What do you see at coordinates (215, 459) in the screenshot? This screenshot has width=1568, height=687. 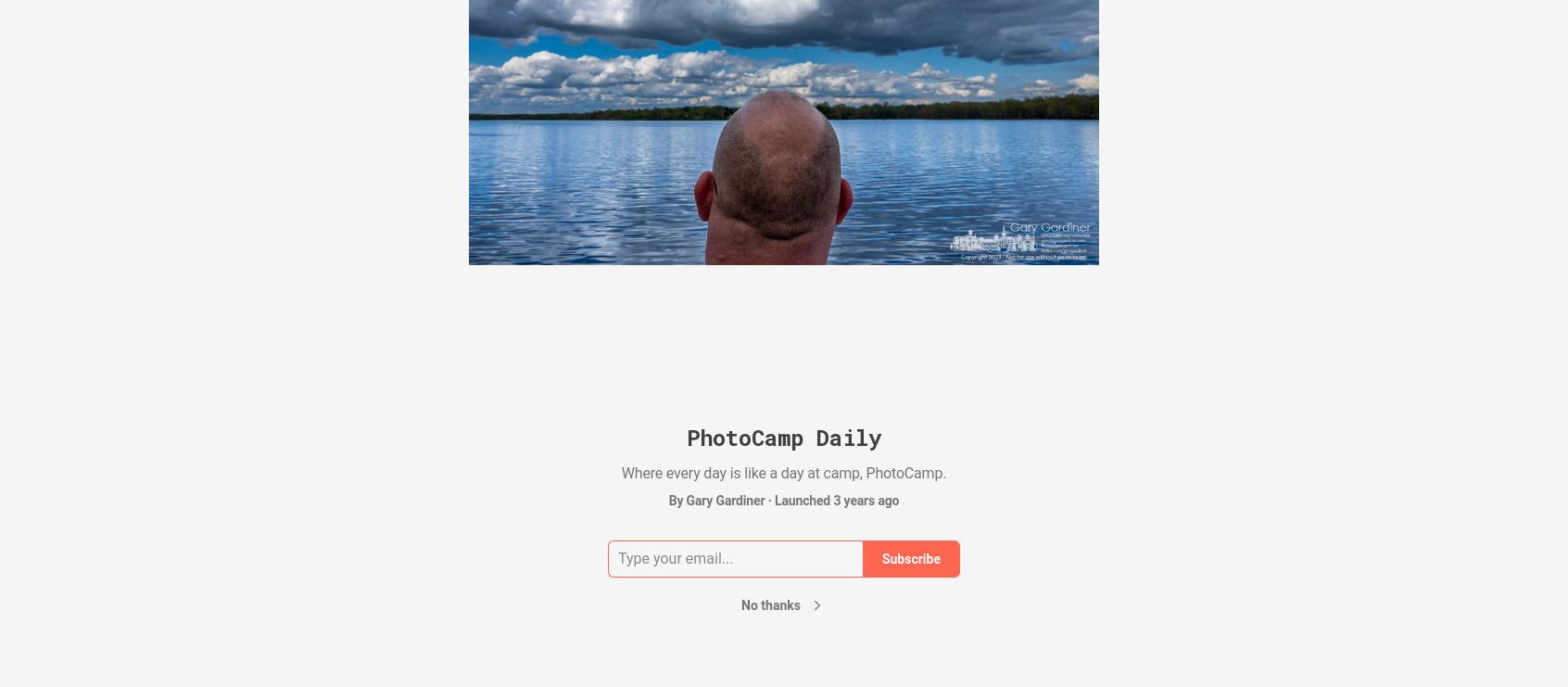 I see `'Oct 24'` at bounding box center [215, 459].